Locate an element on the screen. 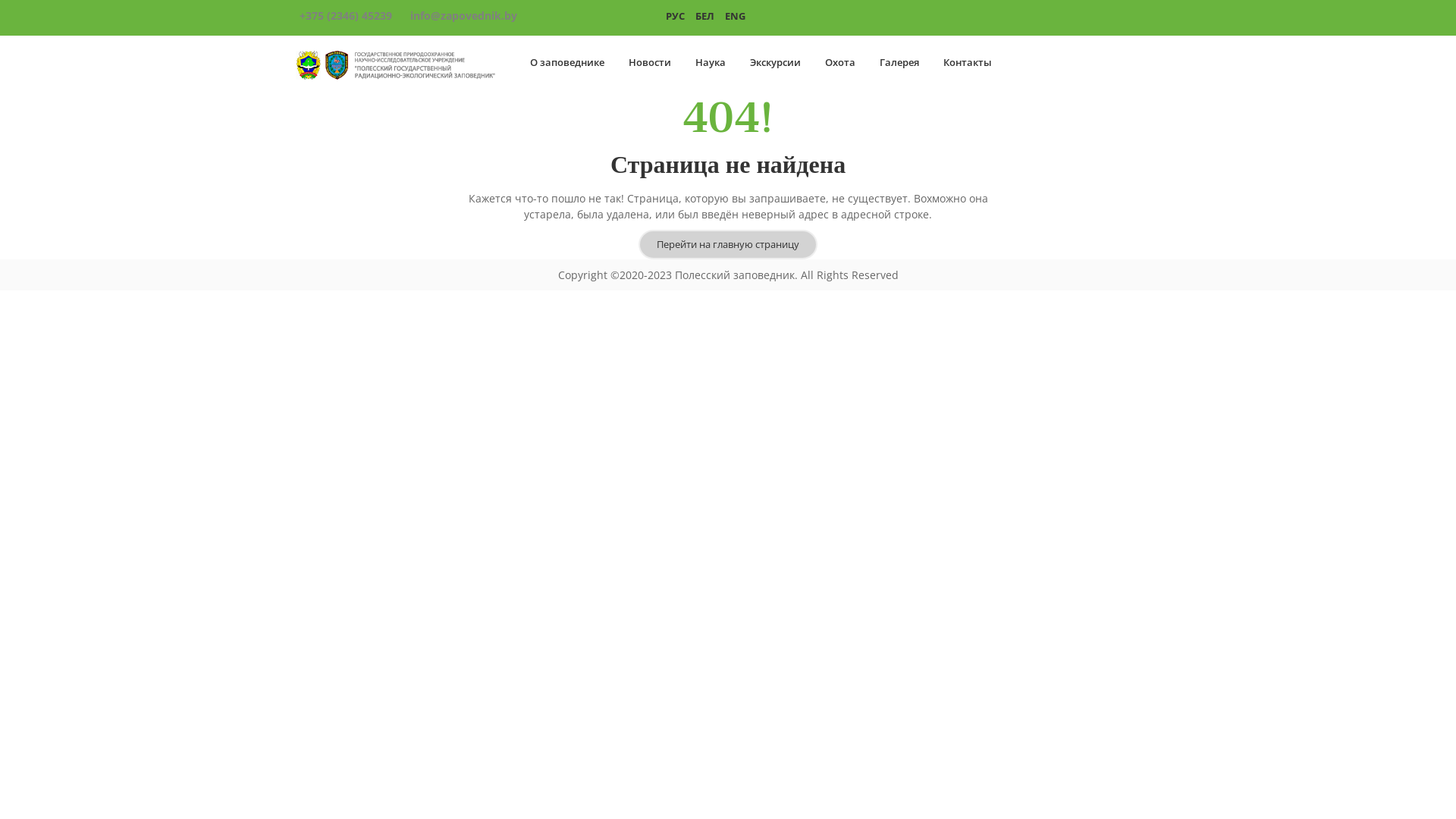 The image size is (1456, 819). 'Instagram' is located at coordinates (1100, 17).